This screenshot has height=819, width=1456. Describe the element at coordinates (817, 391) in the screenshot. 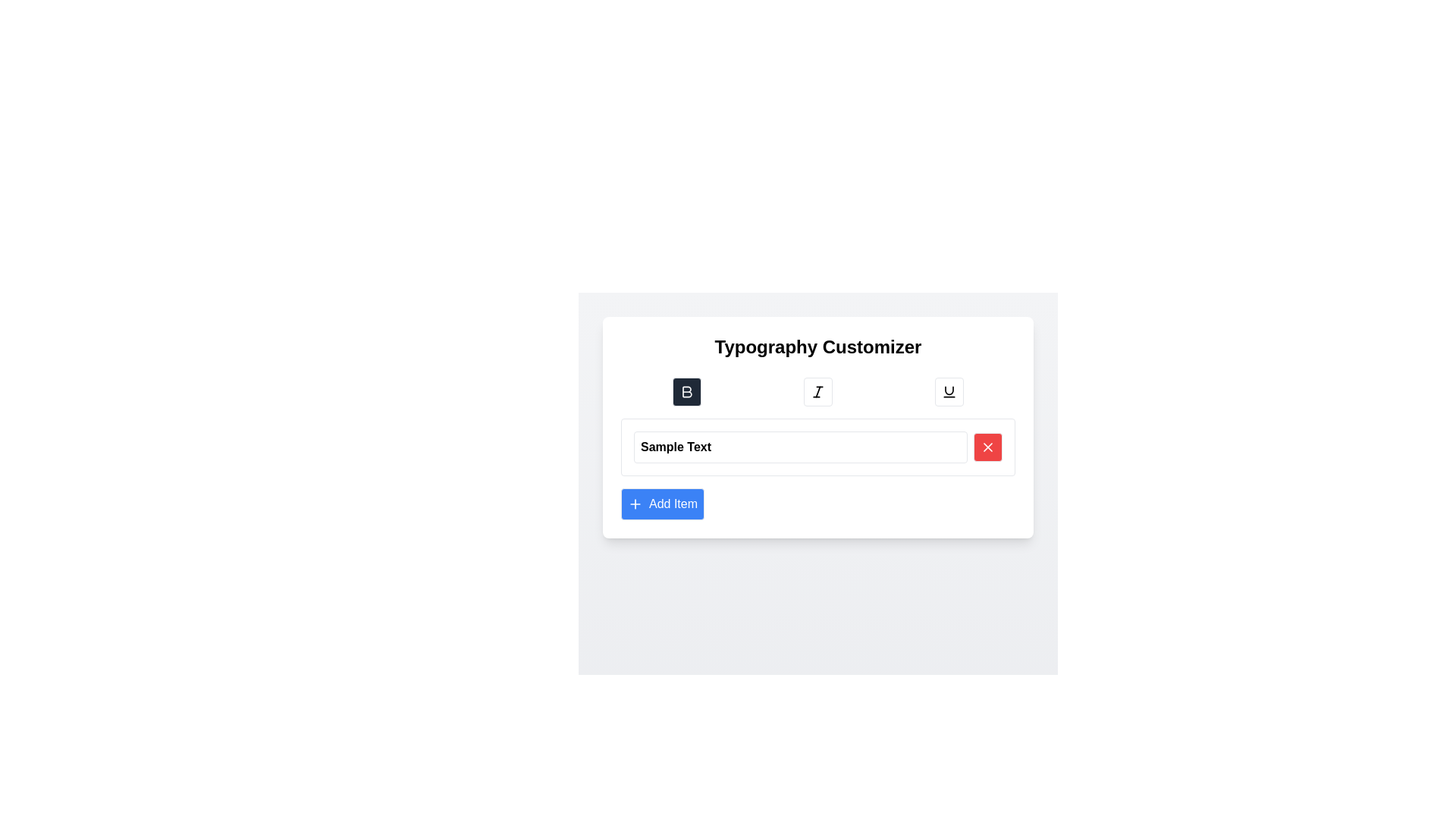

I see `the rounded rectangular button with an italicized 'I' icon` at that location.